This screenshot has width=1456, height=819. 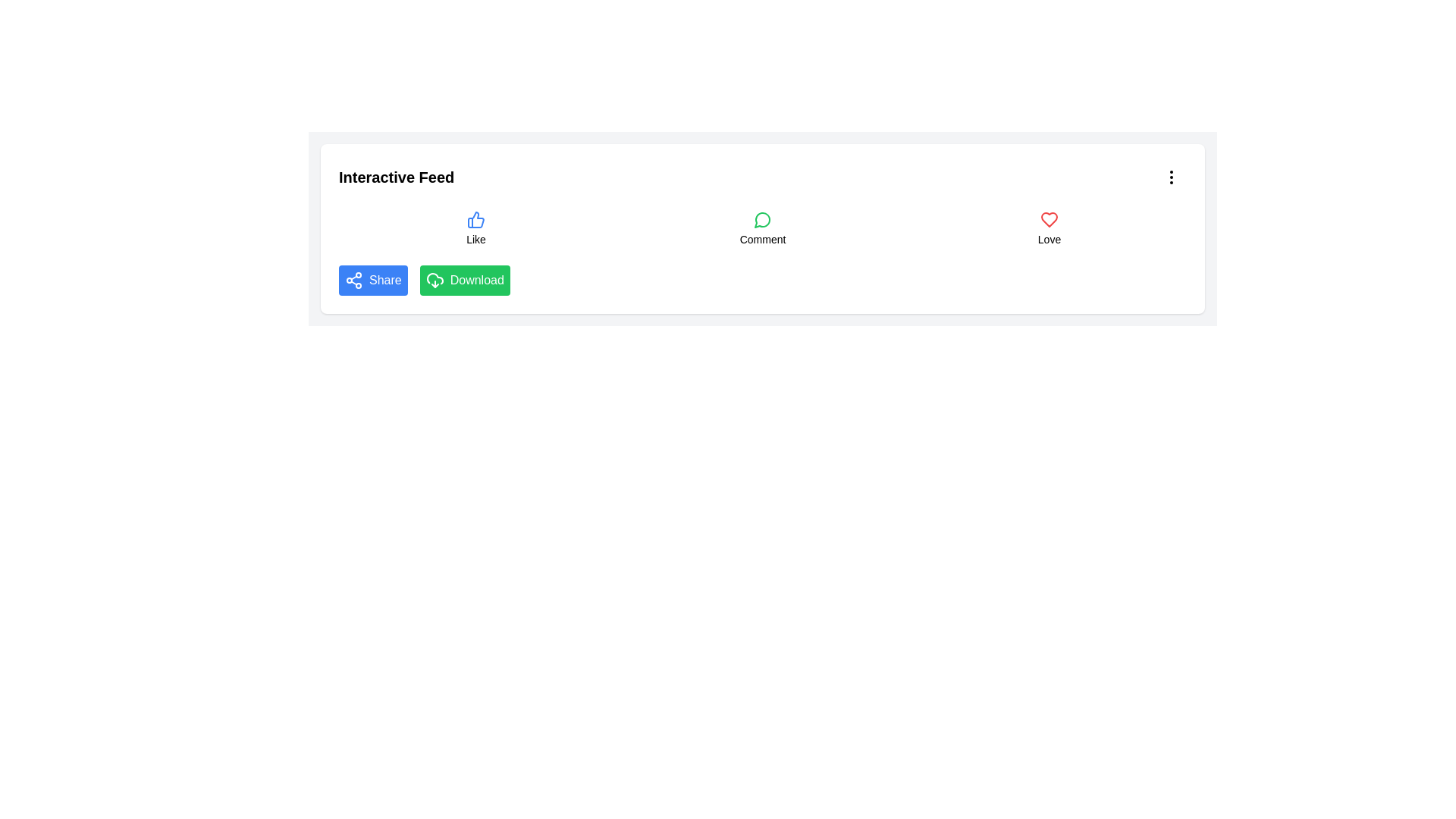 What do you see at coordinates (762, 220) in the screenshot?
I see `the green speech bubble icon button located below the 'Interactive Feed' label using keyboard navigation` at bounding box center [762, 220].